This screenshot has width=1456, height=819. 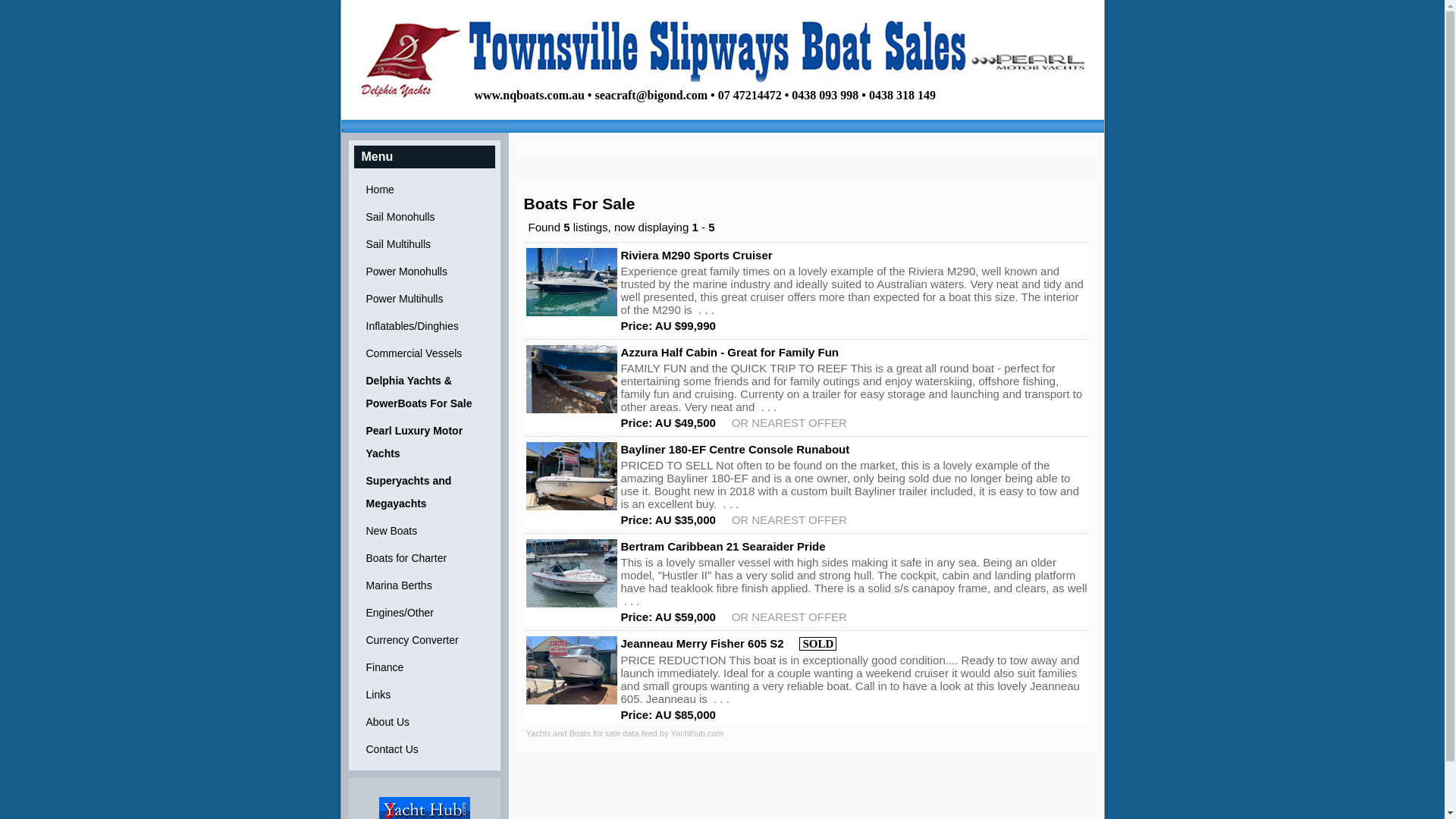 I want to click on 'Contact Us', so click(x=425, y=748).